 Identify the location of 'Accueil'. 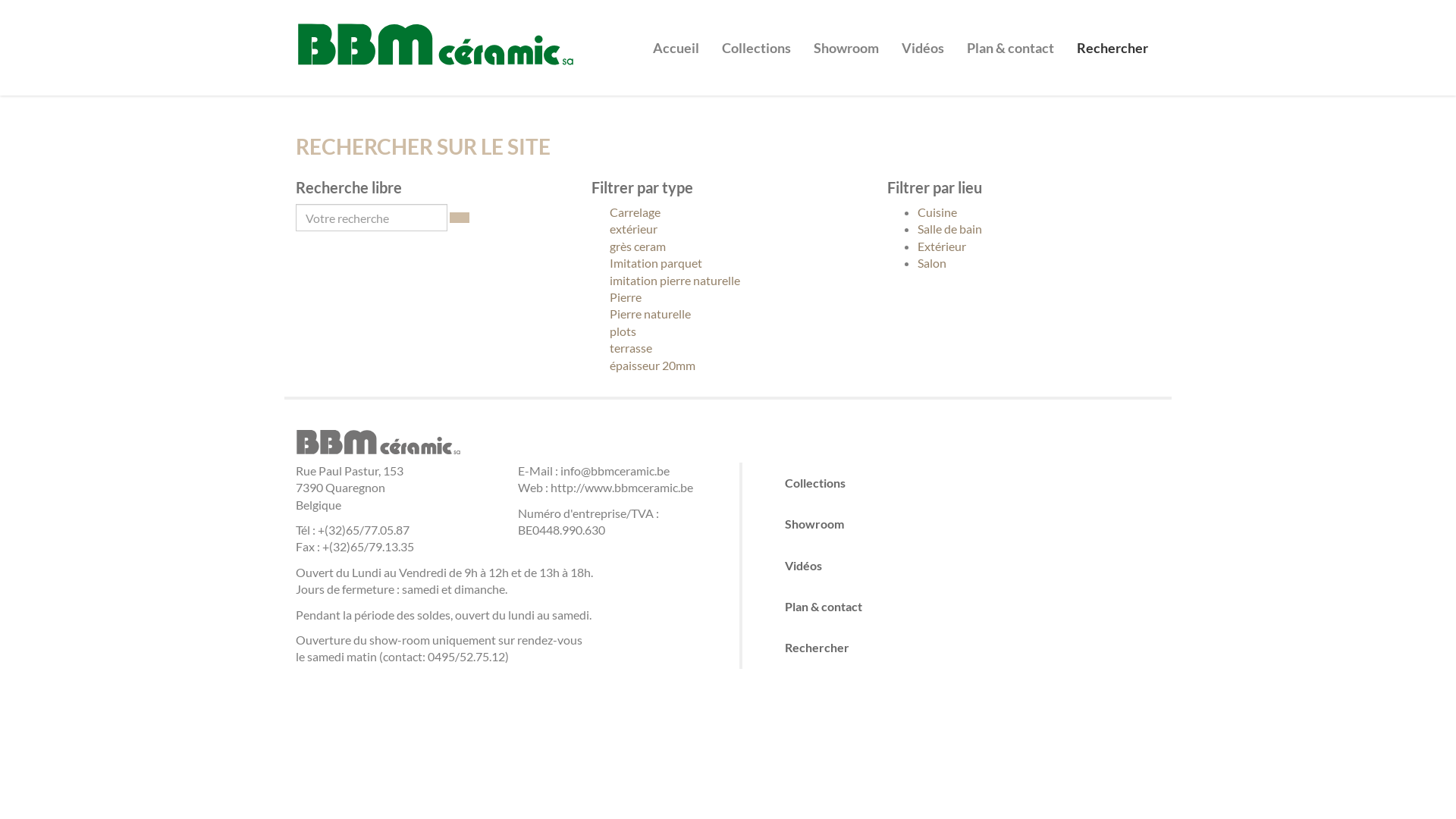
(675, 35).